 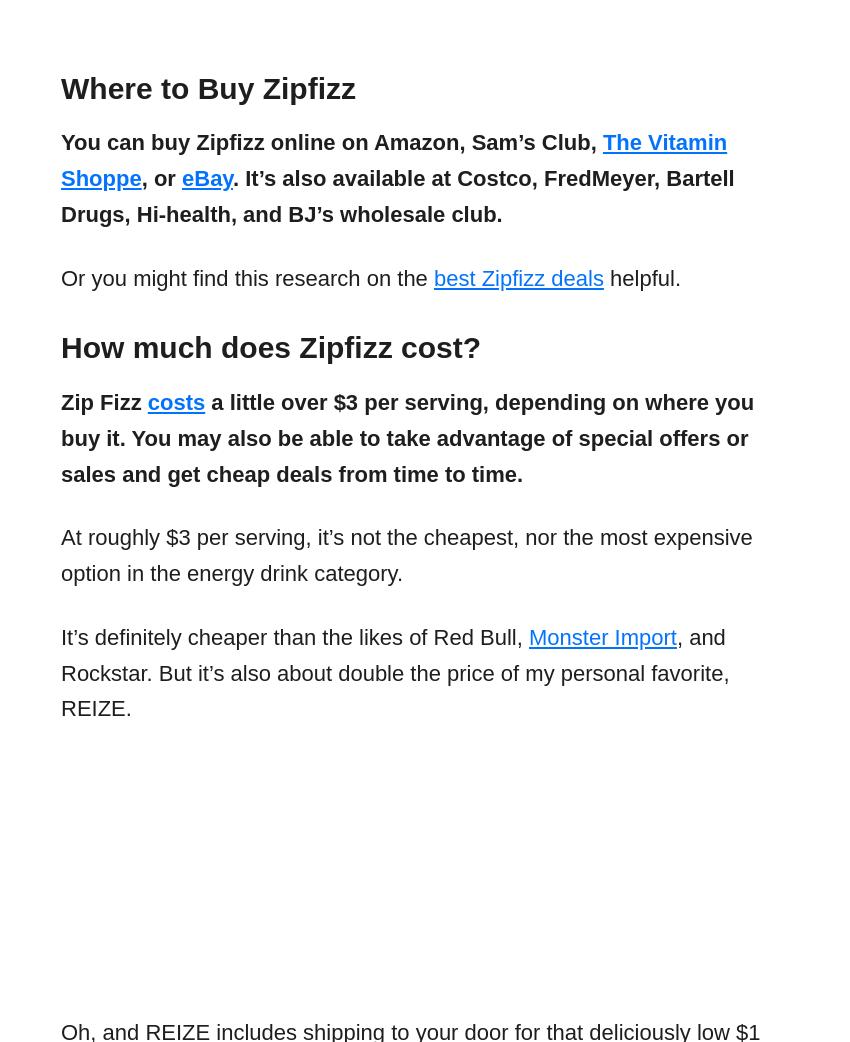 I want to click on 'Zip Fizz', so click(x=103, y=401).